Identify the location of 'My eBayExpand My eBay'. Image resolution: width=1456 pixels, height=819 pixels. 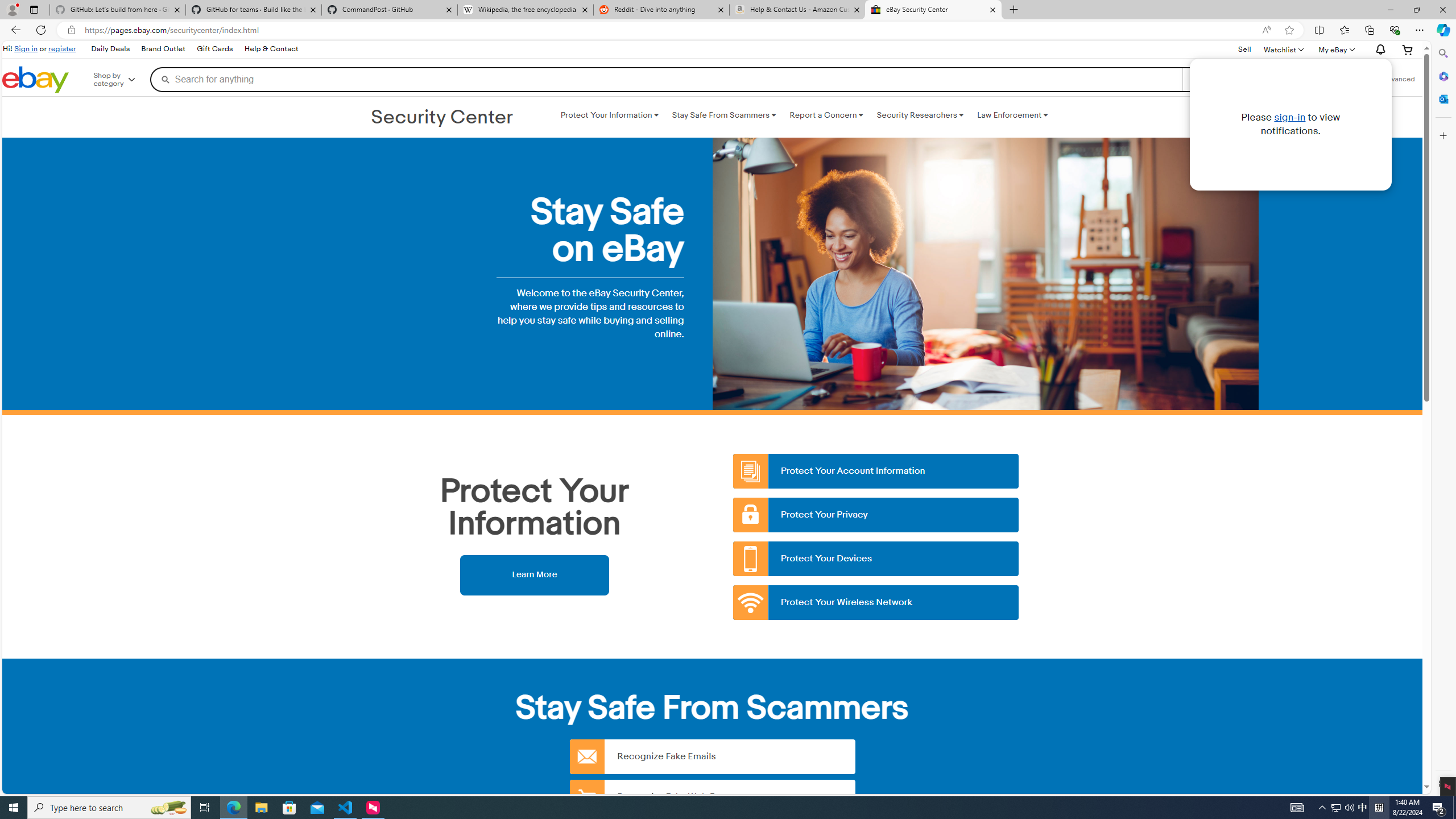
(1335, 49).